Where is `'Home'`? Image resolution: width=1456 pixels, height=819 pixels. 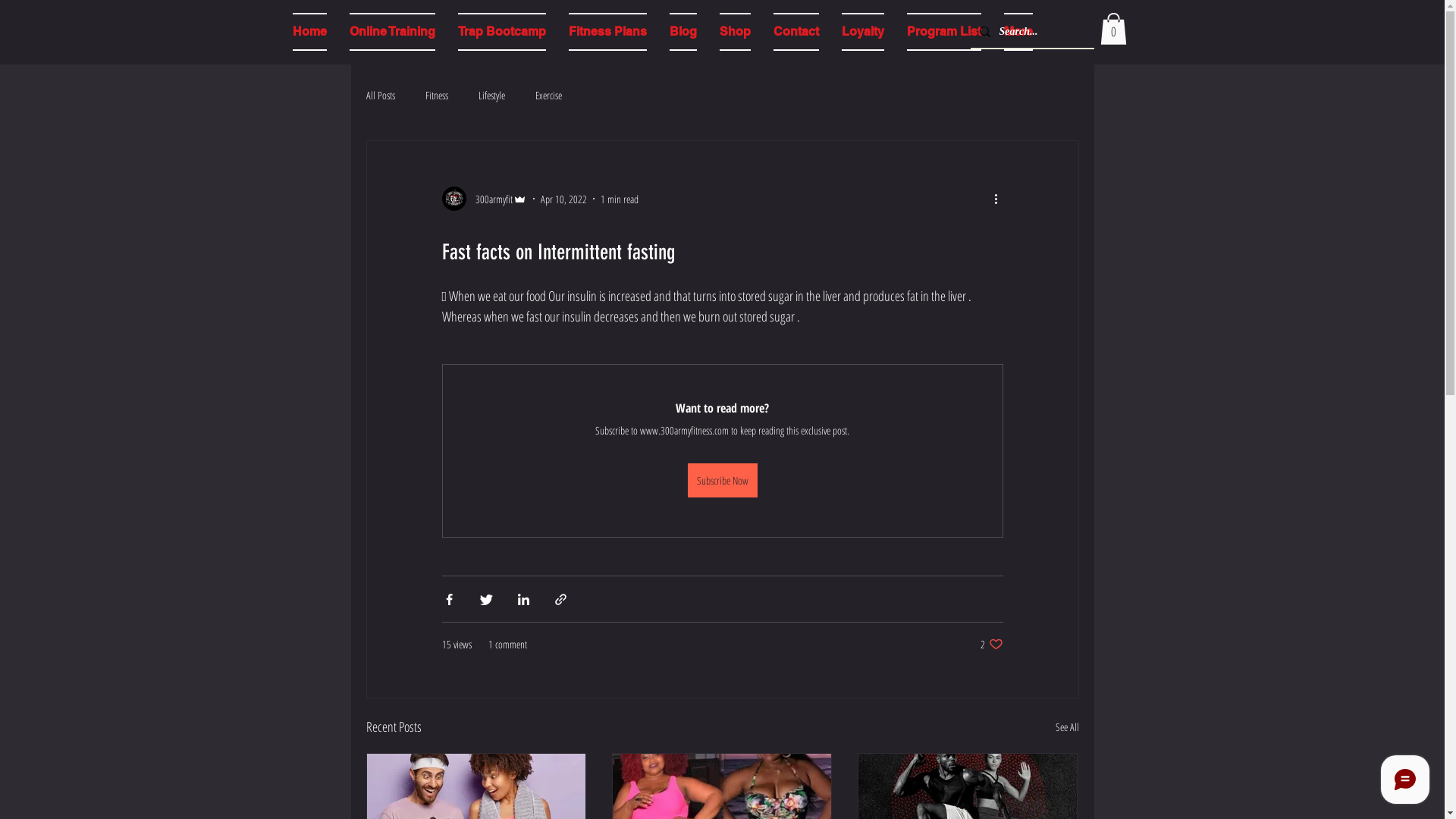
'Home' is located at coordinates (308, 32).